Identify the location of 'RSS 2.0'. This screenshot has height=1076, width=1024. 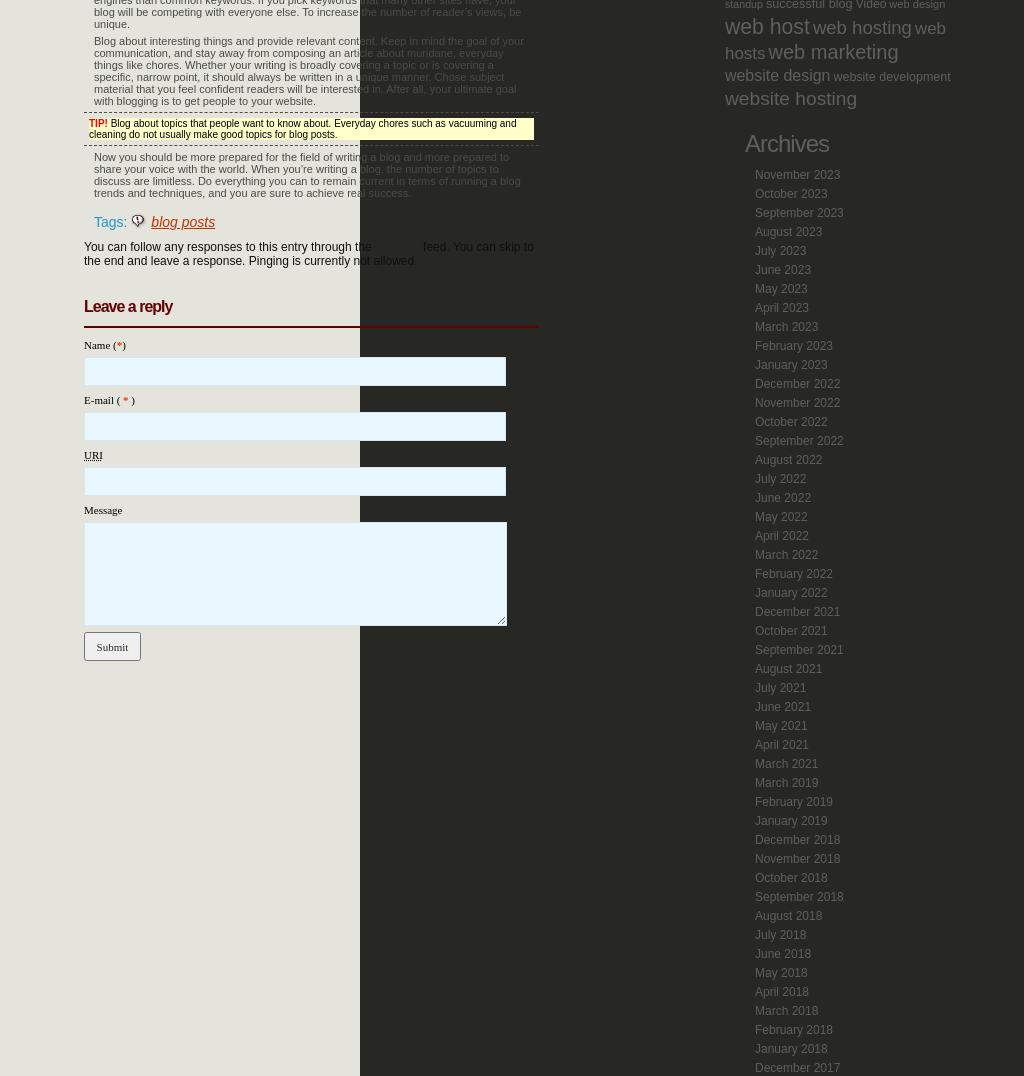
(396, 247).